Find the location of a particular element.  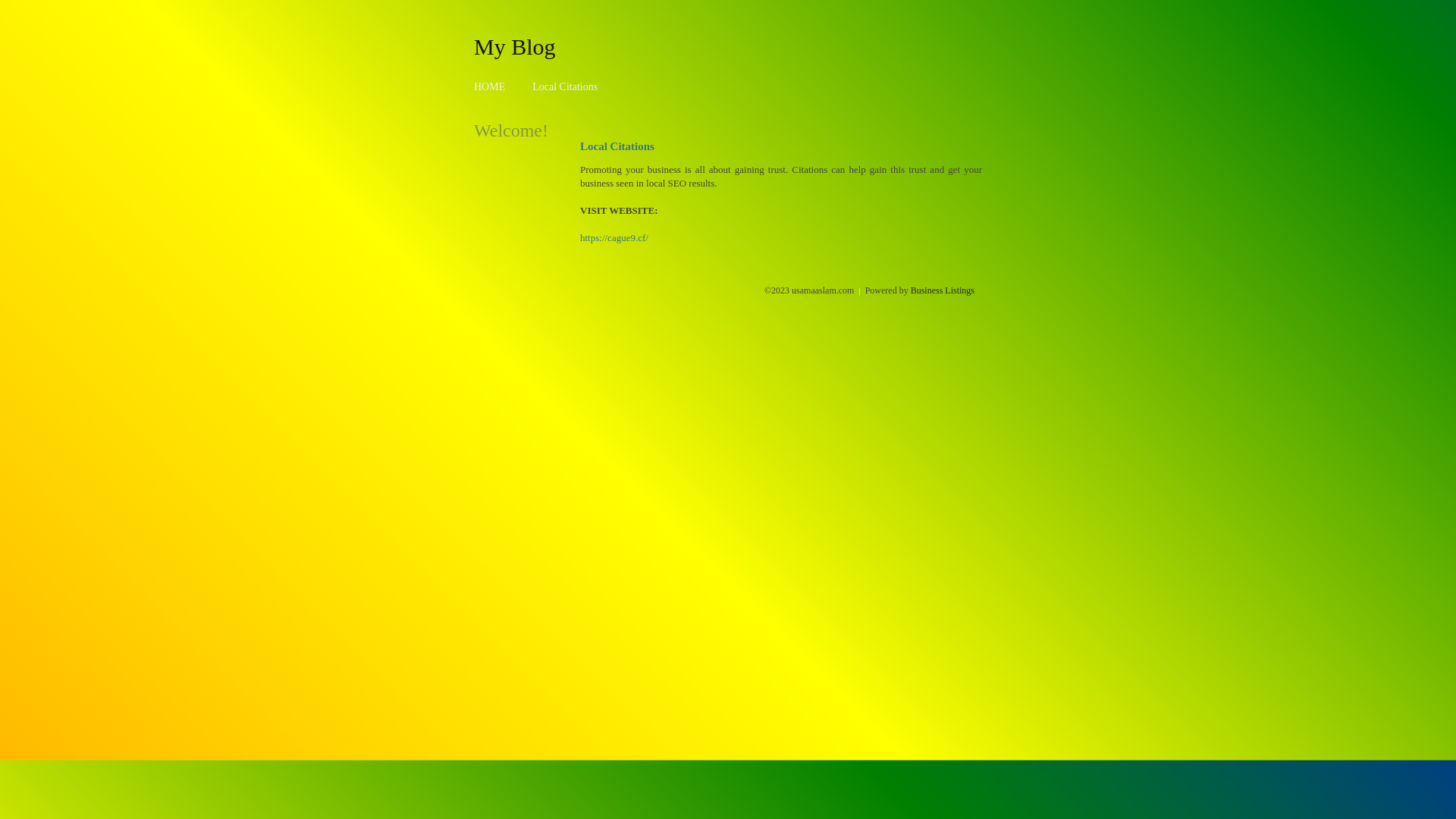

'https://cague9.cf/' is located at coordinates (614, 237).